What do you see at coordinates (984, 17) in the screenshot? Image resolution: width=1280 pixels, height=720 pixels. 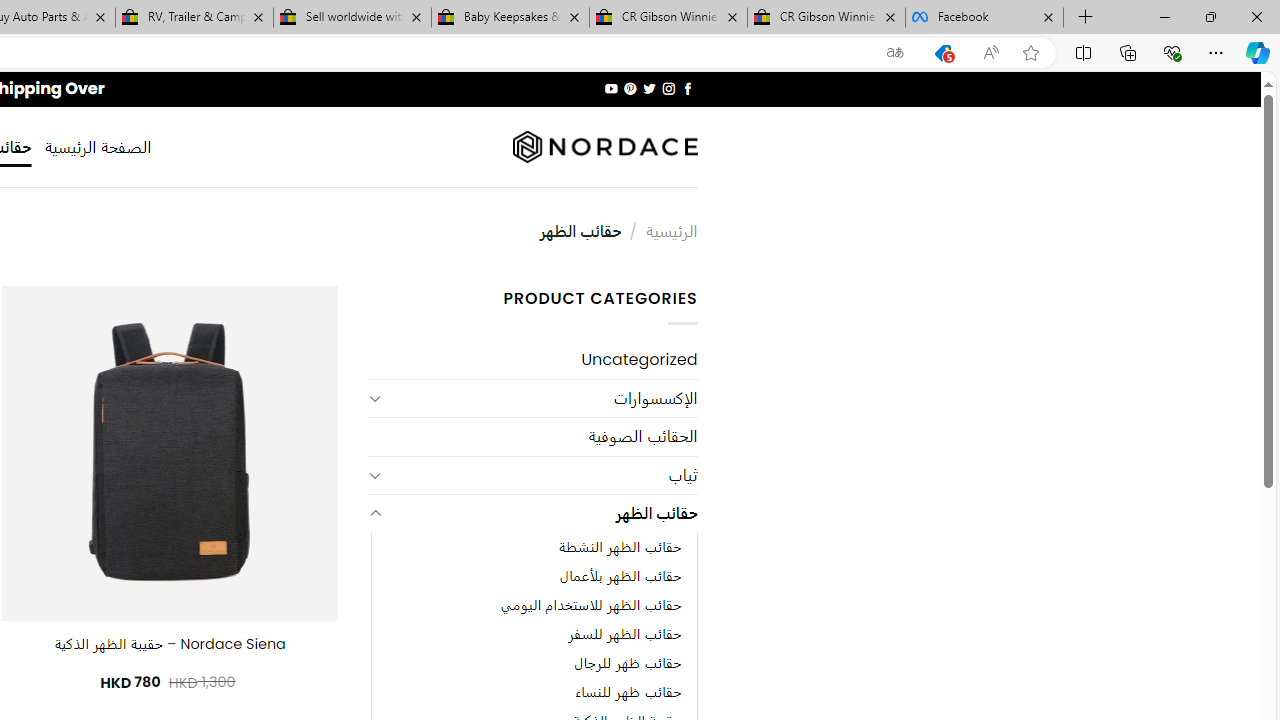 I see `'Facebook'` at bounding box center [984, 17].